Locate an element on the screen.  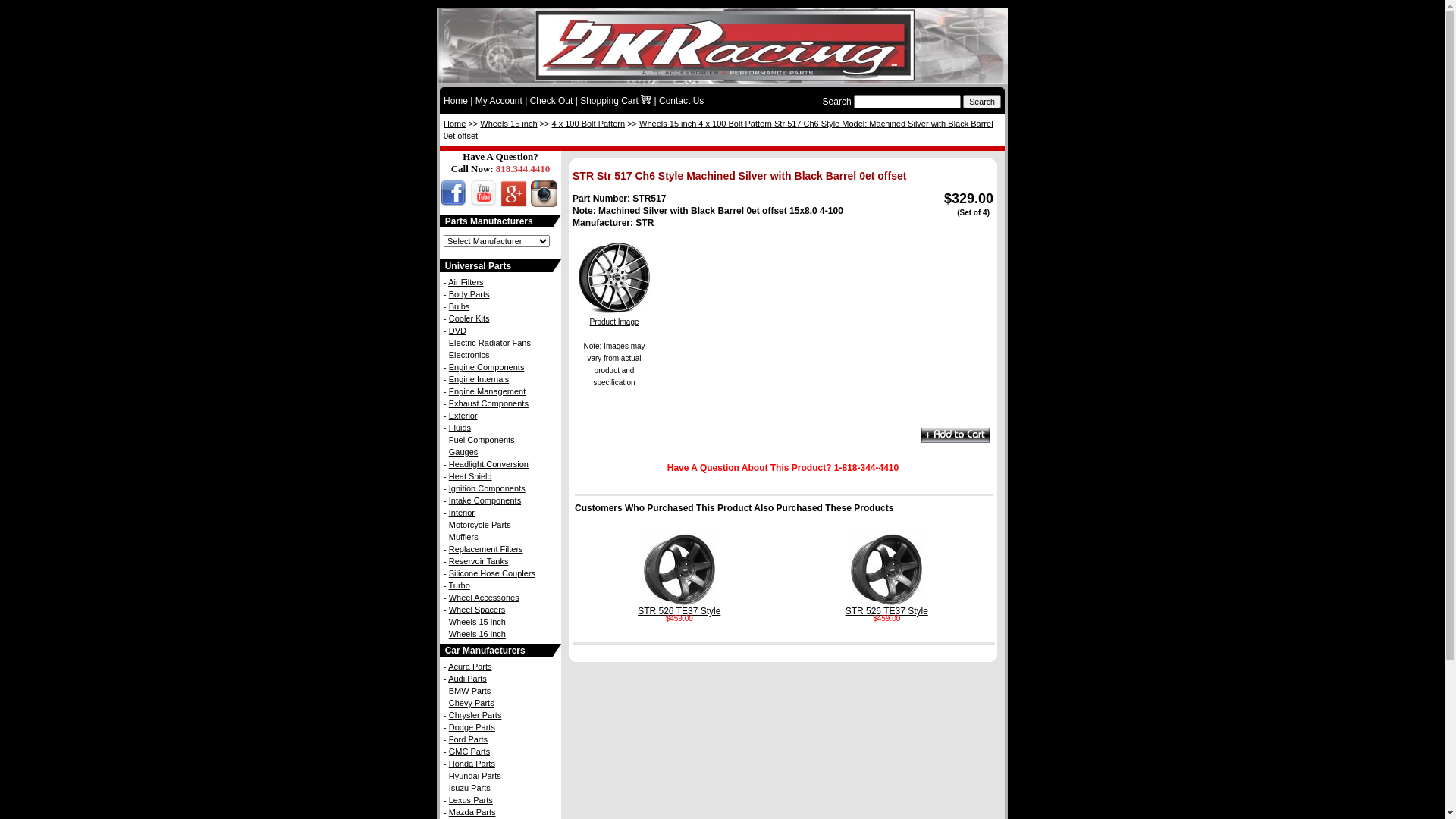
'Engine Internals' is located at coordinates (479, 378).